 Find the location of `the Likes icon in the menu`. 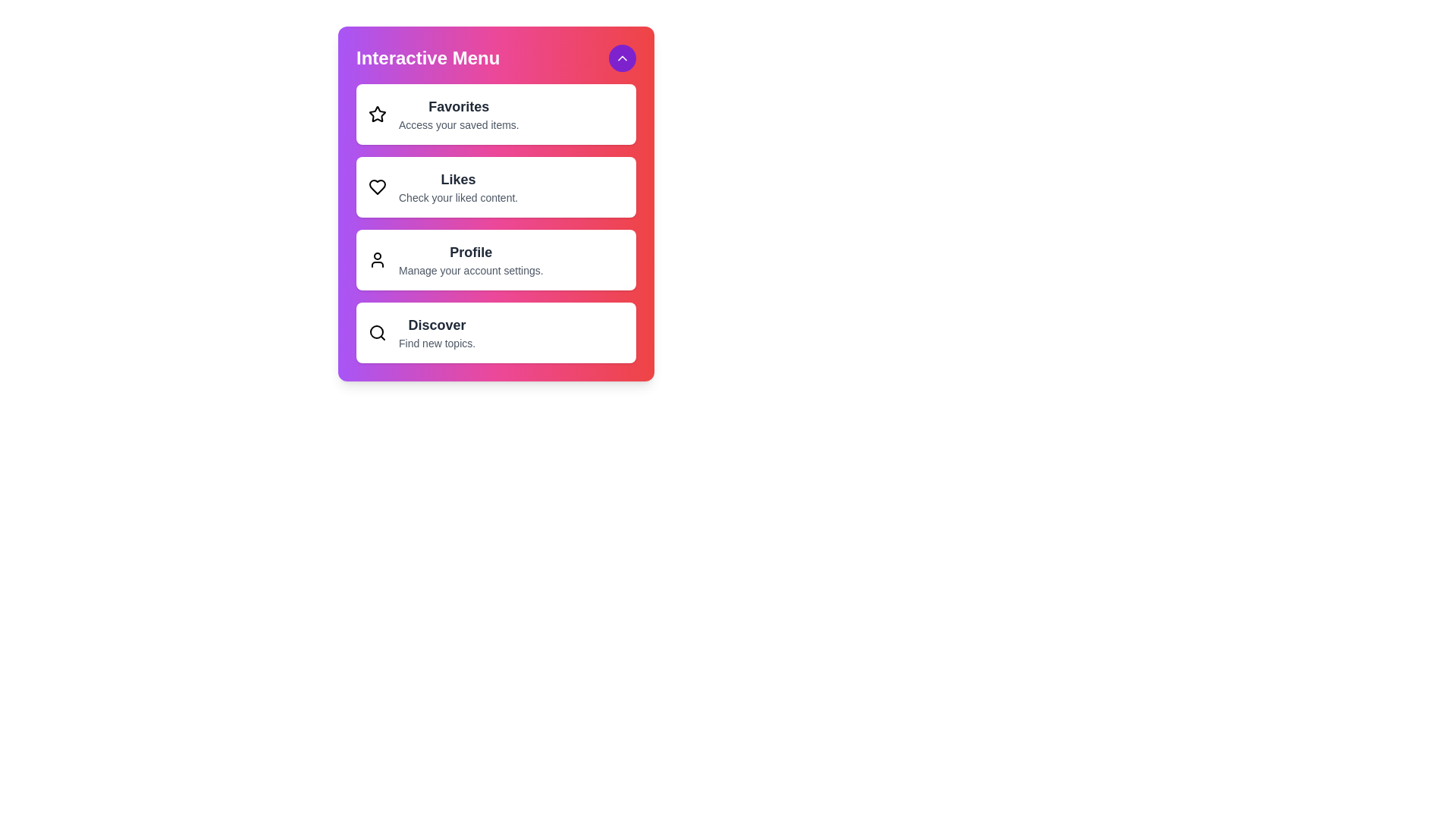

the Likes icon in the menu is located at coordinates (378, 186).